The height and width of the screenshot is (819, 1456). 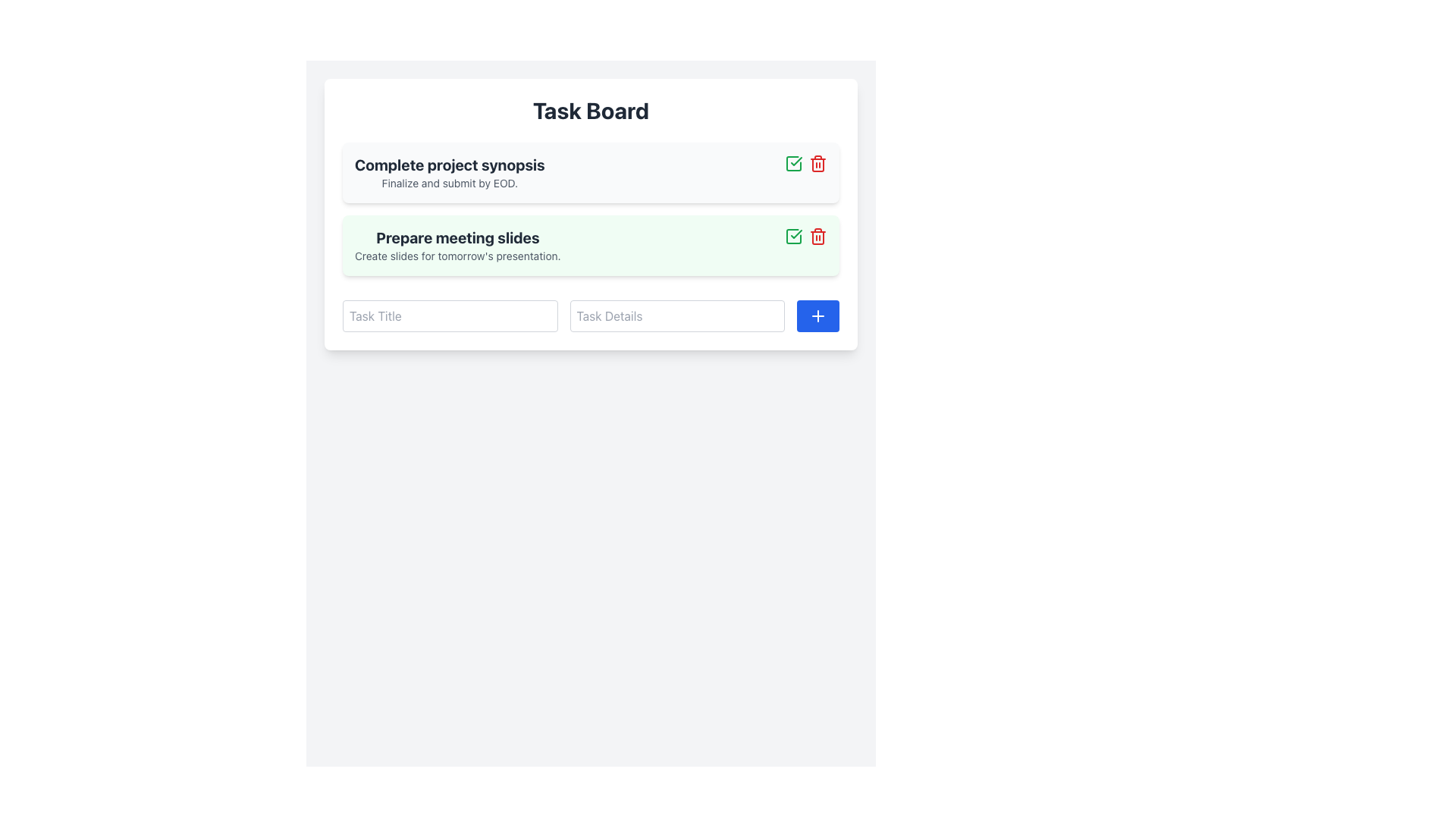 What do you see at coordinates (449, 171) in the screenshot?
I see `the text block containing the main heading 'Complete project synopsis' and the subtitle 'Finalize and submit by EOD.'` at bounding box center [449, 171].